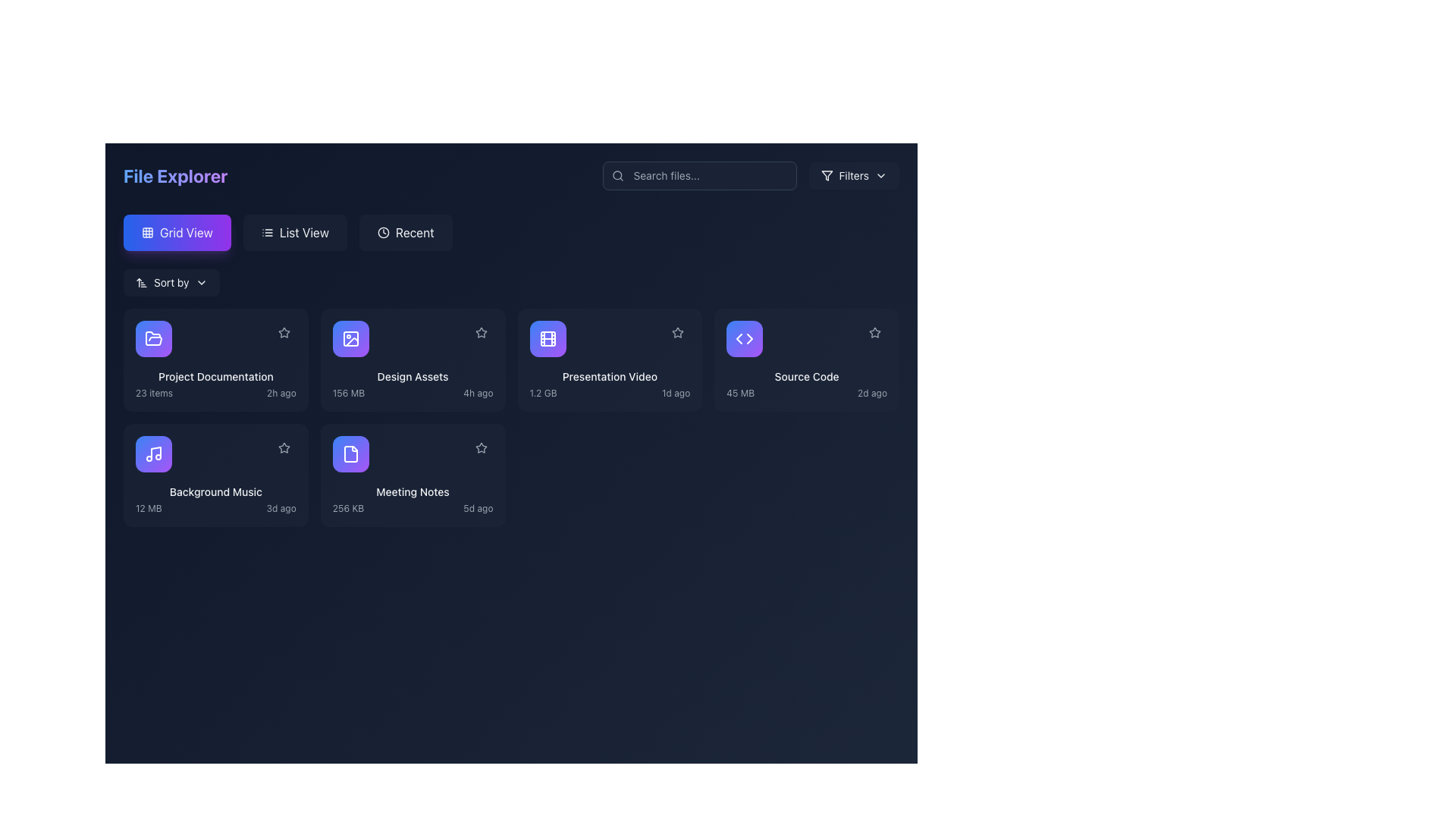 The height and width of the screenshot is (819, 1456). I want to click on the star-shaped icon with a hollow outline located to the right within the 'Project Documentation' card, so click(284, 332).